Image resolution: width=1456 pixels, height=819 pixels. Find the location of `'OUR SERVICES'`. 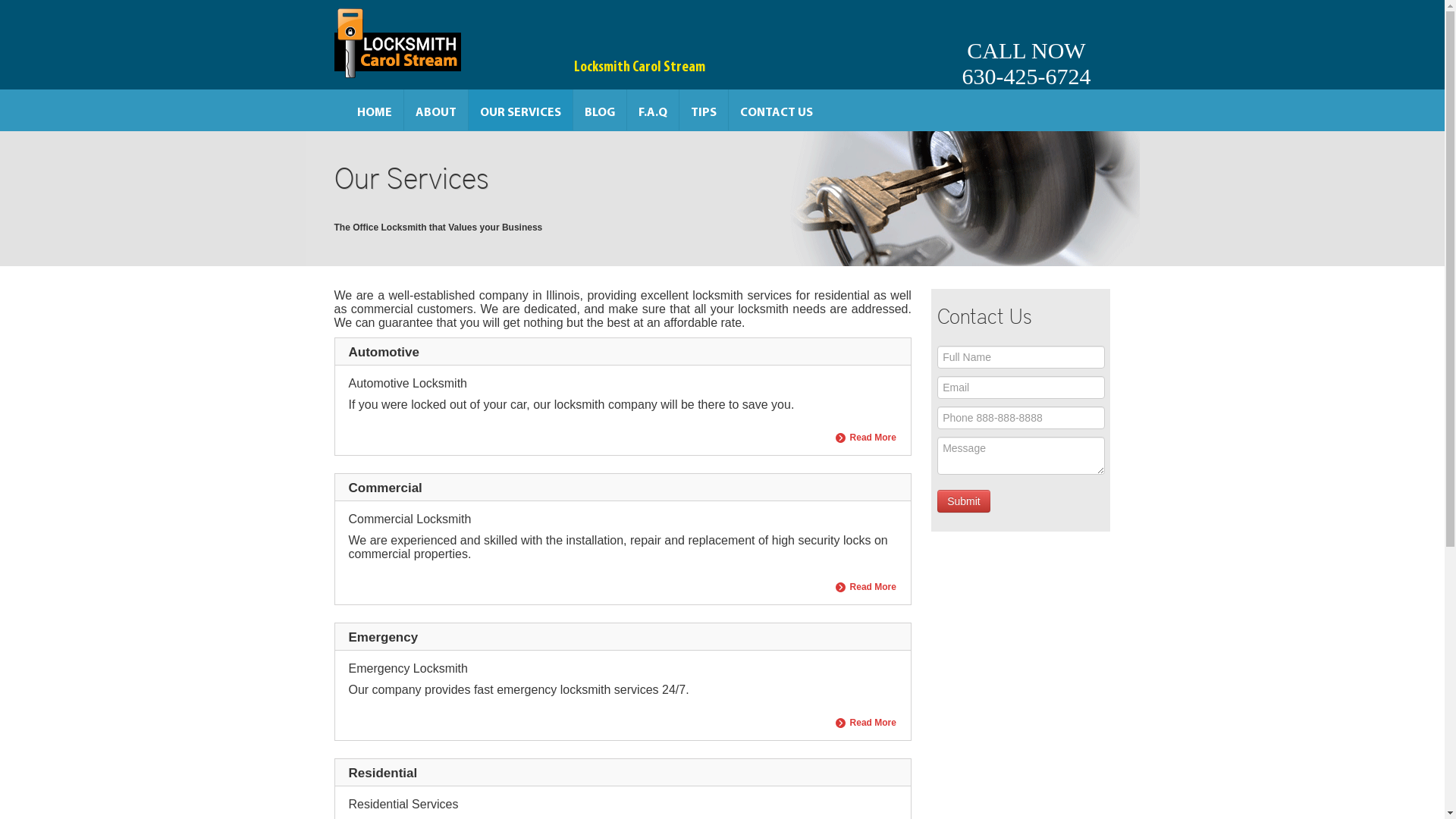

'OUR SERVICES' is located at coordinates (520, 109).